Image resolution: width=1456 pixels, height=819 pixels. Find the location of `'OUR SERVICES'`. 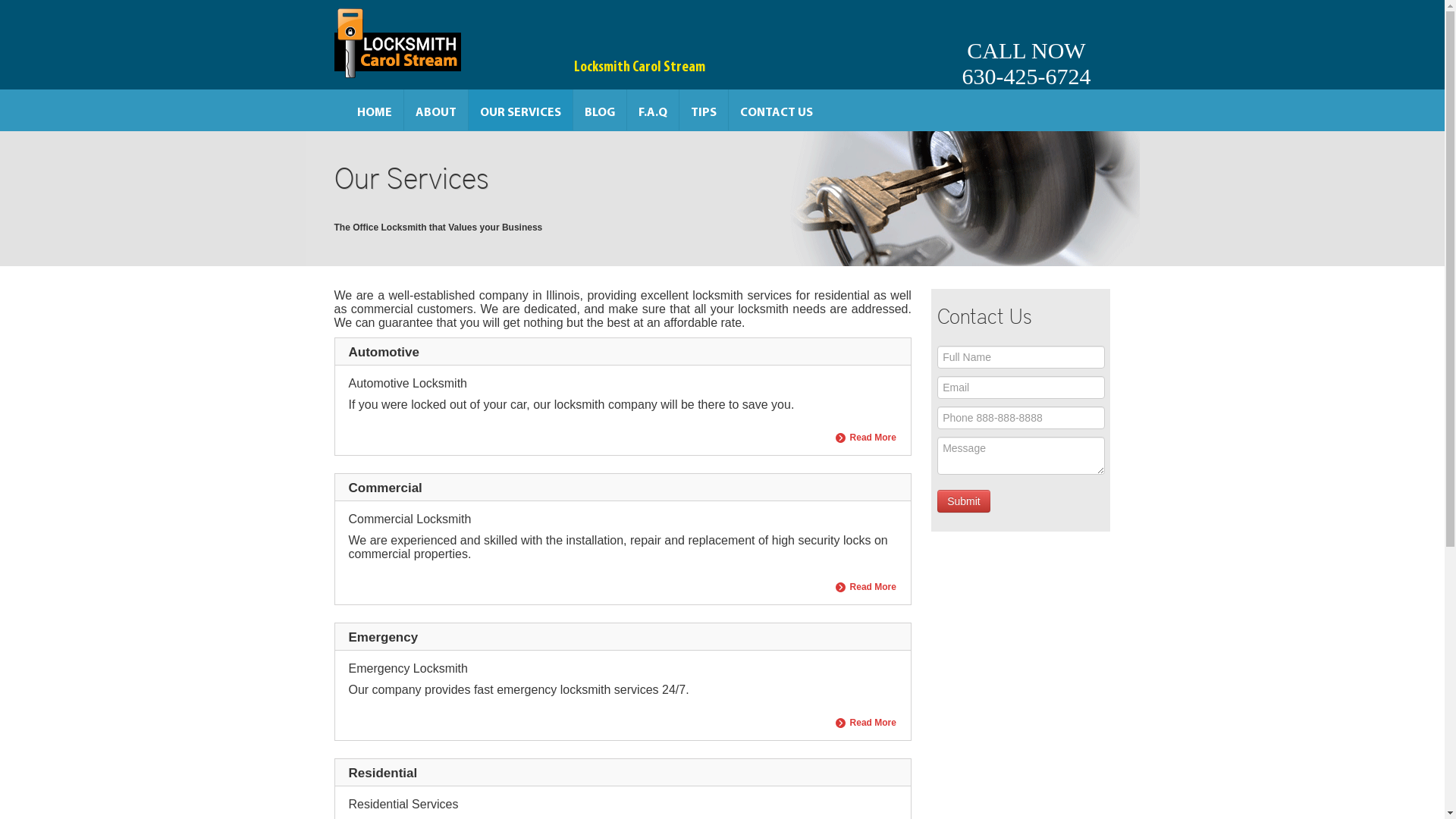

'OUR SERVICES' is located at coordinates (520, 109).